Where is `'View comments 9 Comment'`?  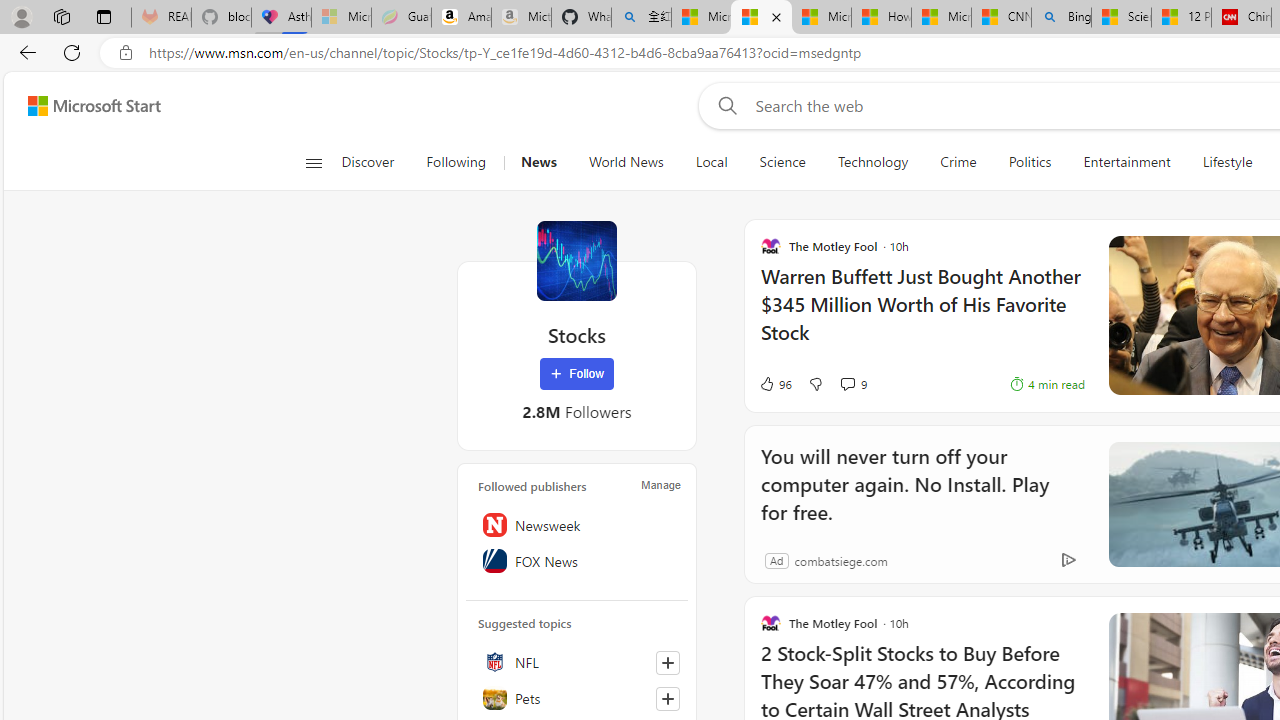
'View comments 9 Comment' is located at coordinates (853, 384).